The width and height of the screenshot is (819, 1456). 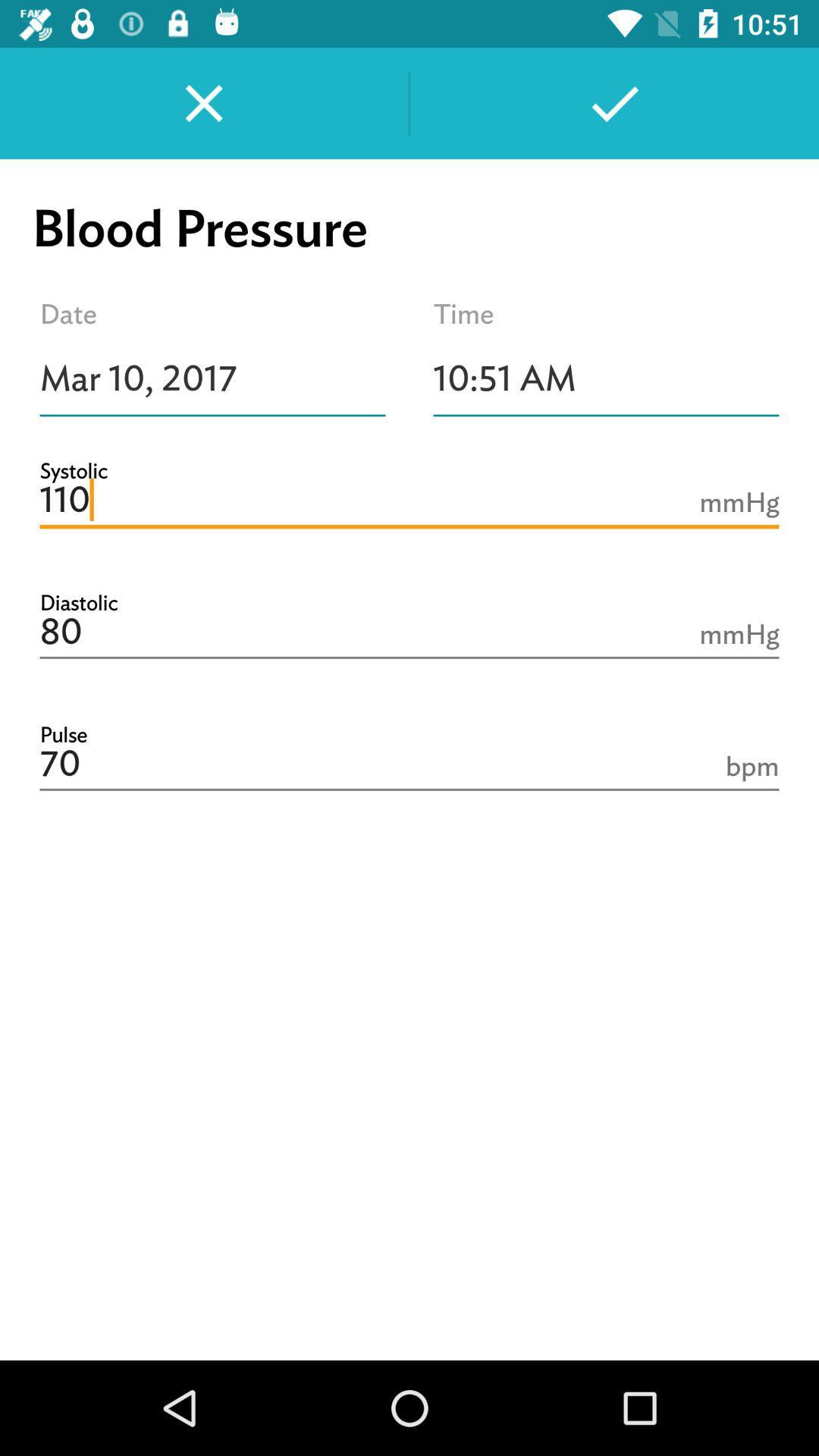 What do you see at coordinates (212, 378) in the screenshot?
I see `icon to the left of the 10:51 am icon` at bounding box center [212, 378].